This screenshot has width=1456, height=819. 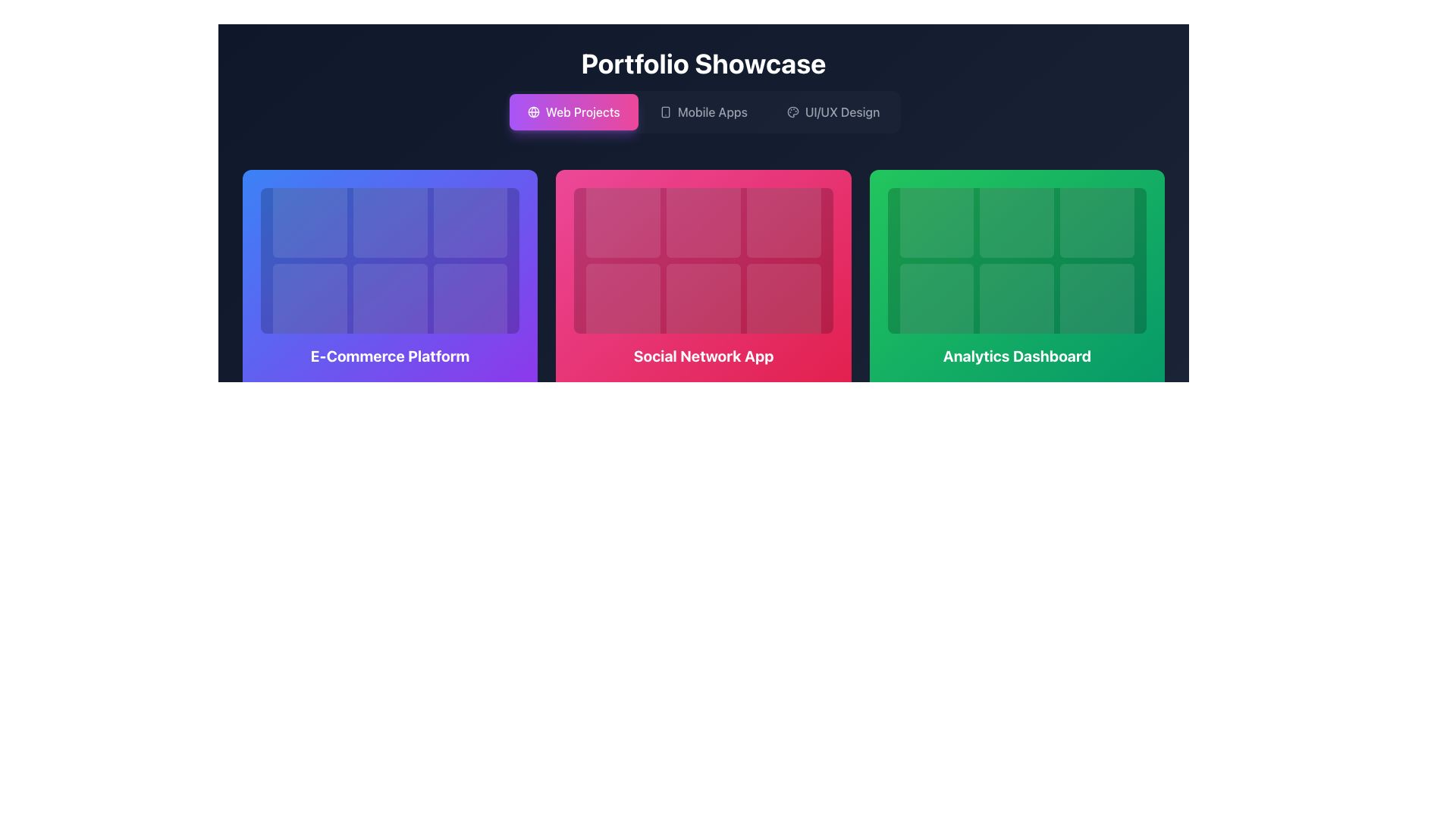 I want to click on the first tile in the grid of six within the 'Analytics Dashboard' section to observe hover effects, so click(x=936, y=221).